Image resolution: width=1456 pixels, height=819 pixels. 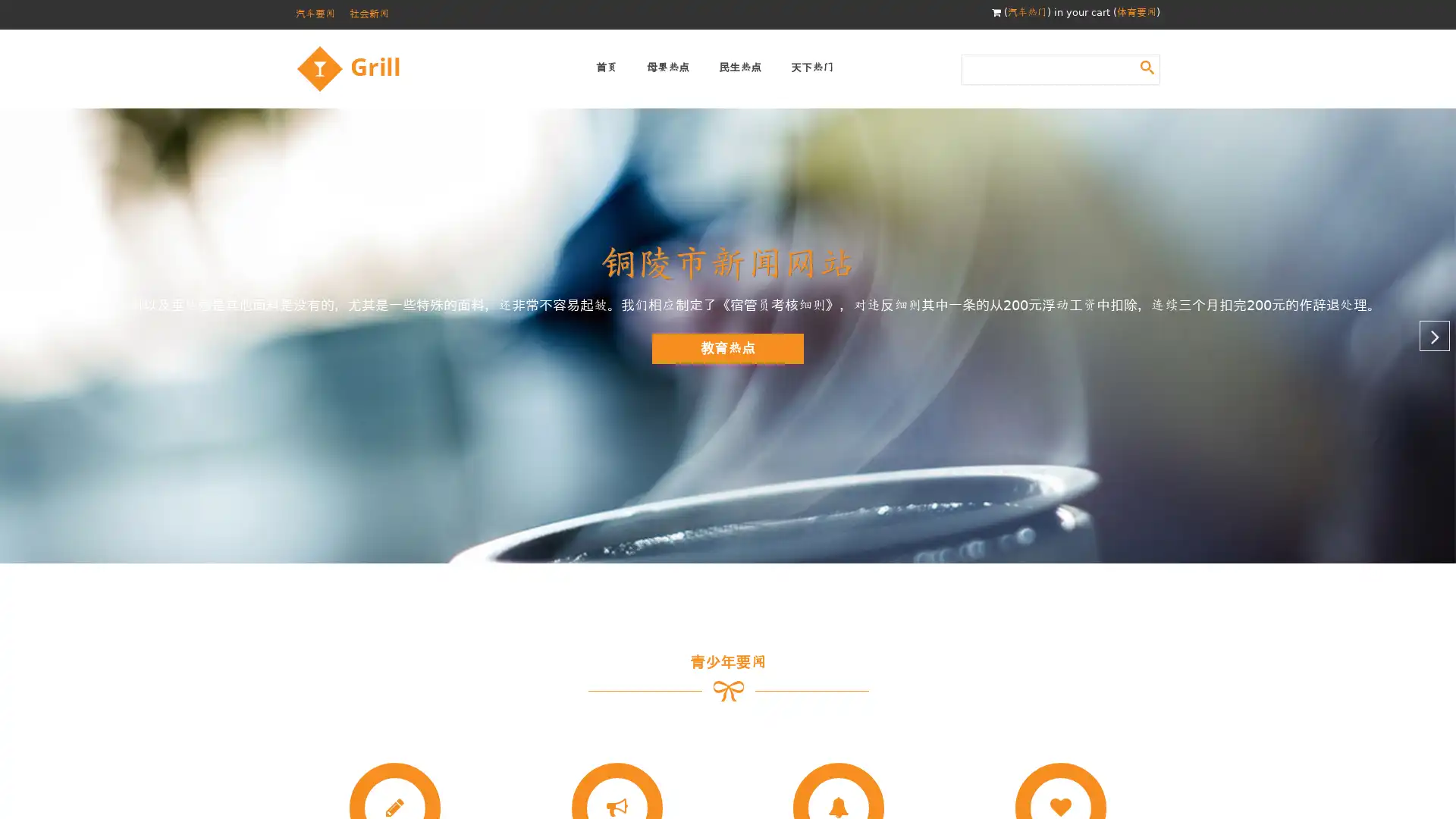 I want to click on Submit, so click(x=1147, y=66).